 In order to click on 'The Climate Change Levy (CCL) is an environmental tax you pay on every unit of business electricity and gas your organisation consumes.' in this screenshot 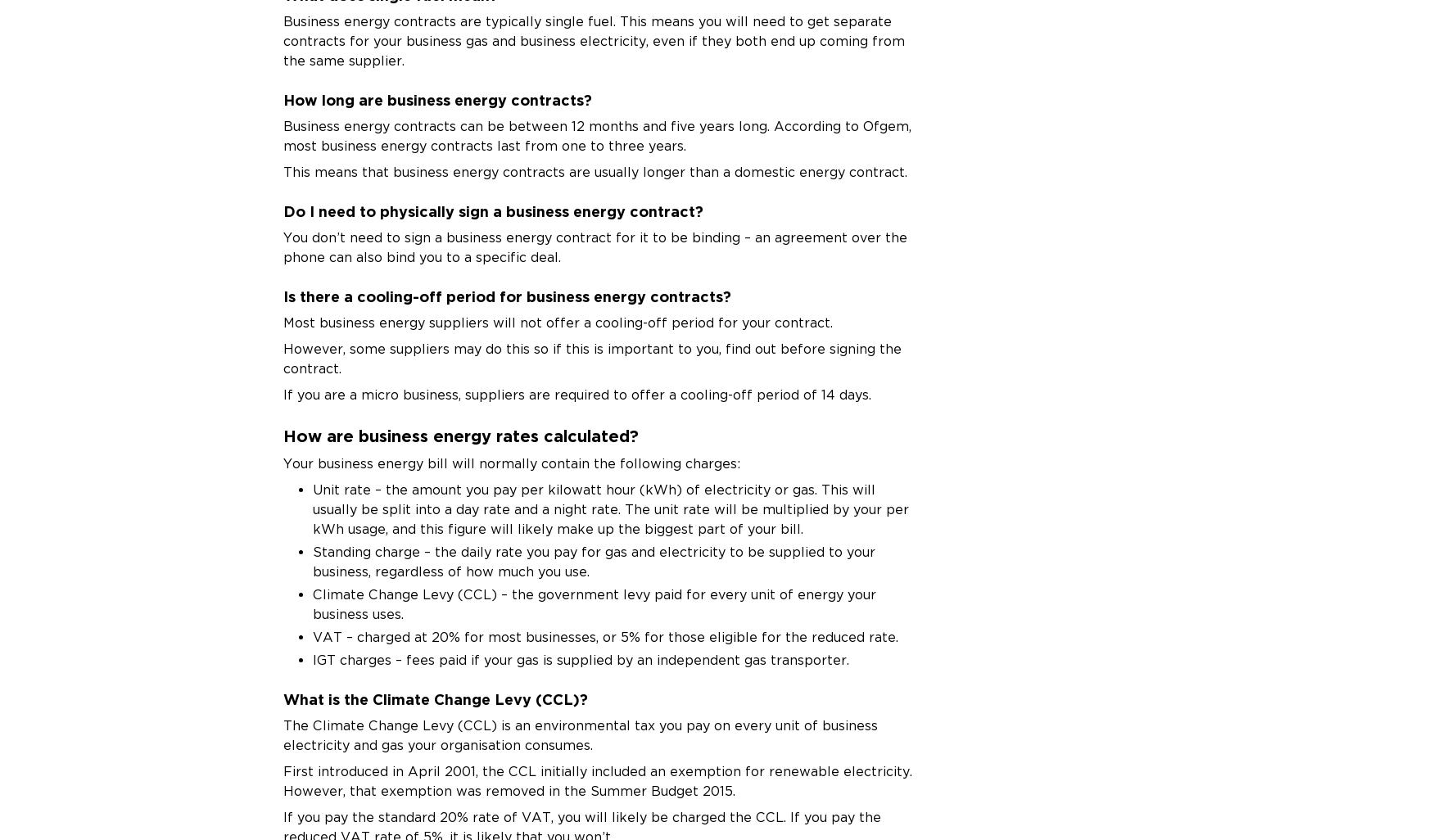, I will do `click(580, 734)`.